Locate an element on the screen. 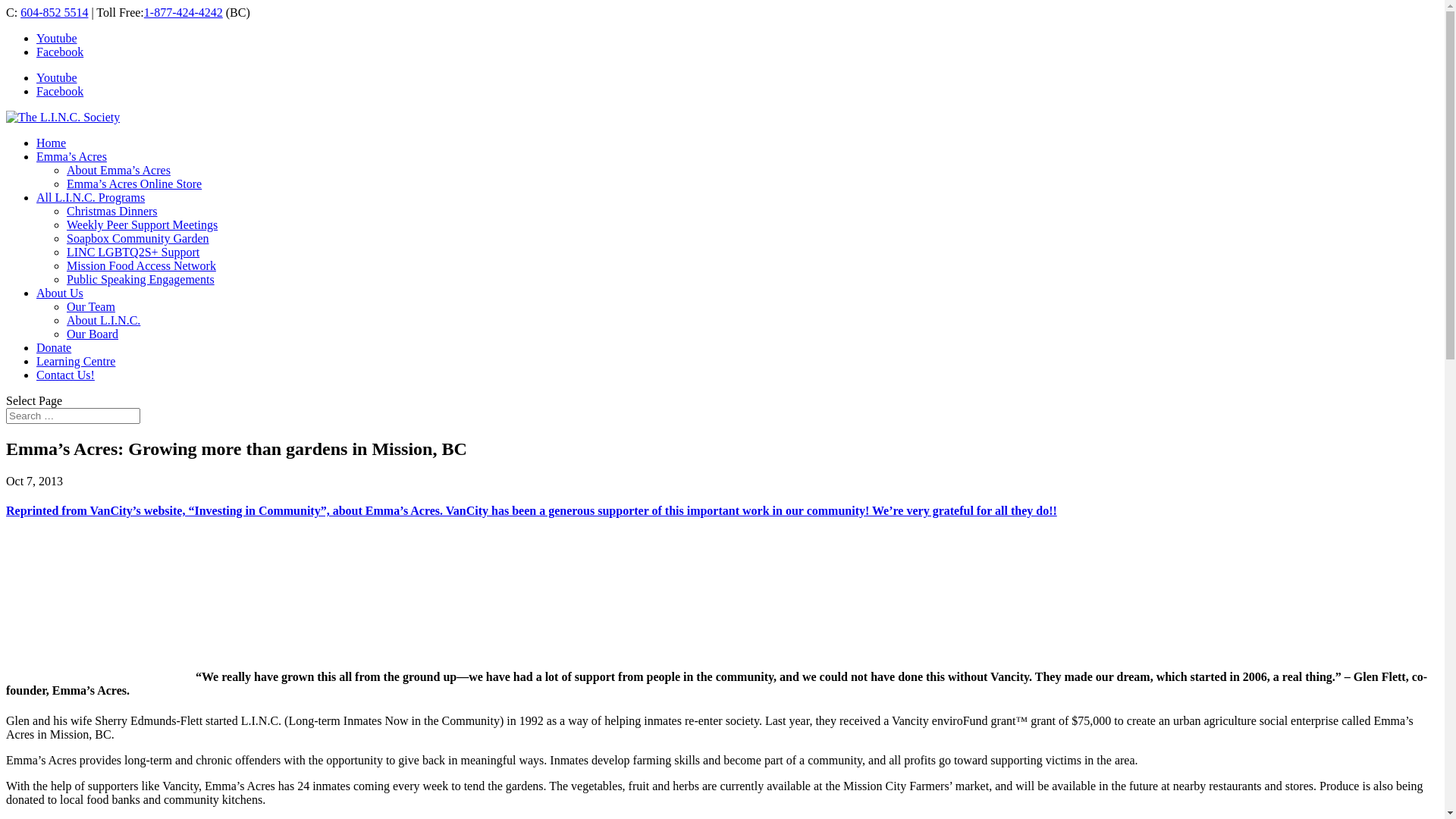 This screenshot has height=819, width=1456. 'About L.I.N.C.' is located at coordinates (102, 319).